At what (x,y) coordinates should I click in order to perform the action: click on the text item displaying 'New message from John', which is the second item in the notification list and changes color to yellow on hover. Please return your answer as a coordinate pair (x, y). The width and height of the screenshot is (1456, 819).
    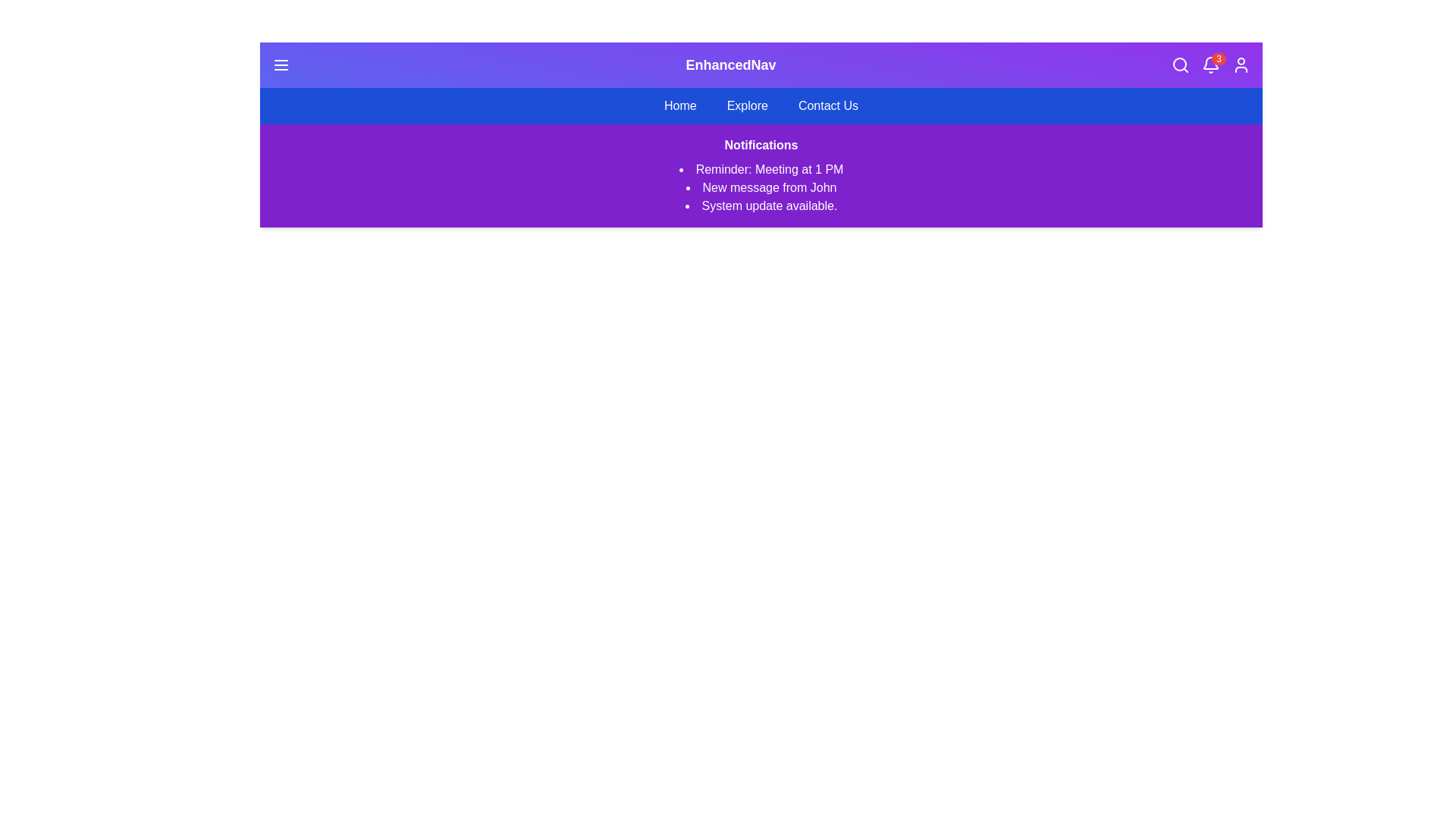
    Looking at the image, I should click on (761, 187).